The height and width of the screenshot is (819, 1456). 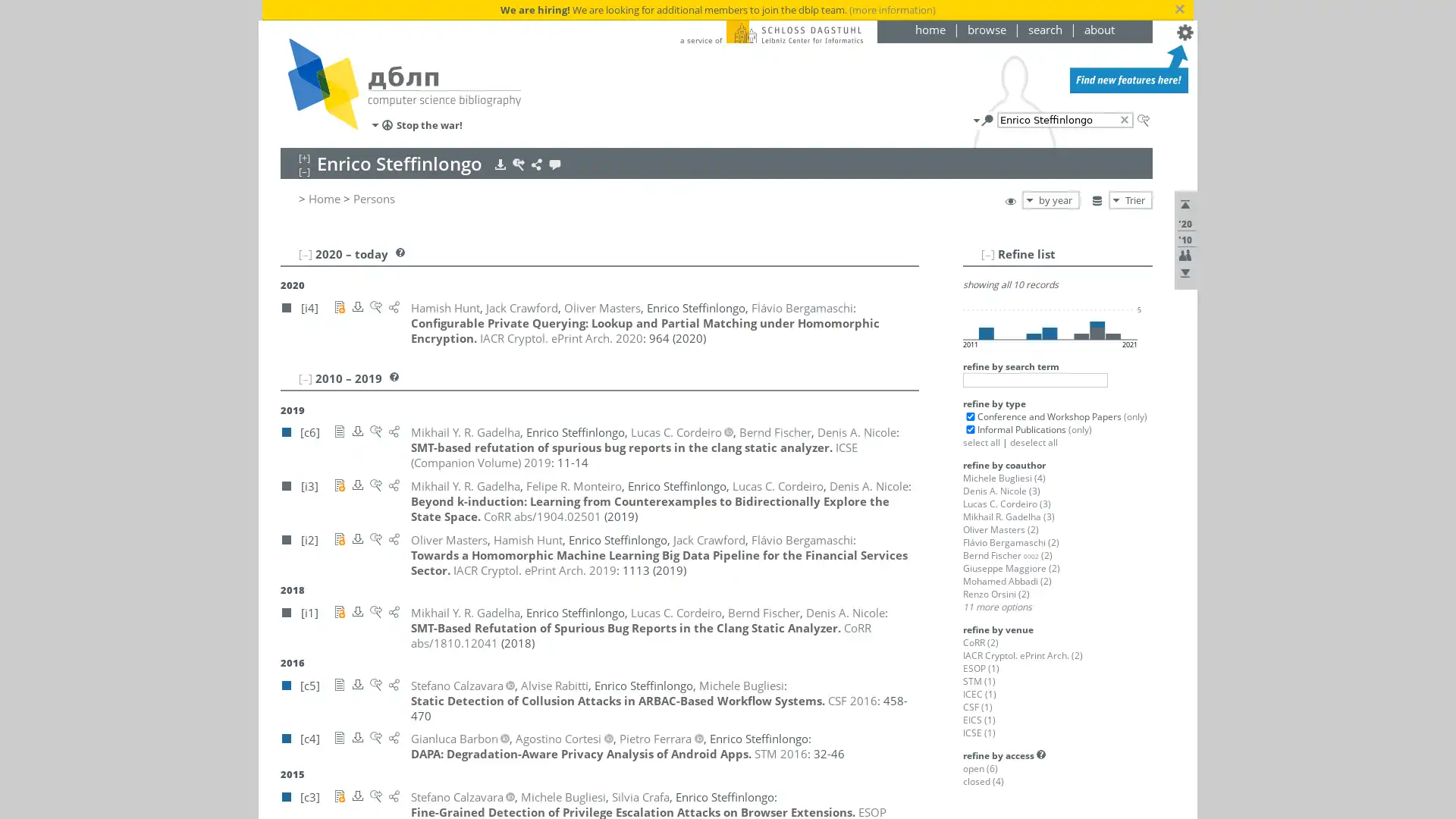 I want to click on ICSE (1), so click(x=979, y=732).